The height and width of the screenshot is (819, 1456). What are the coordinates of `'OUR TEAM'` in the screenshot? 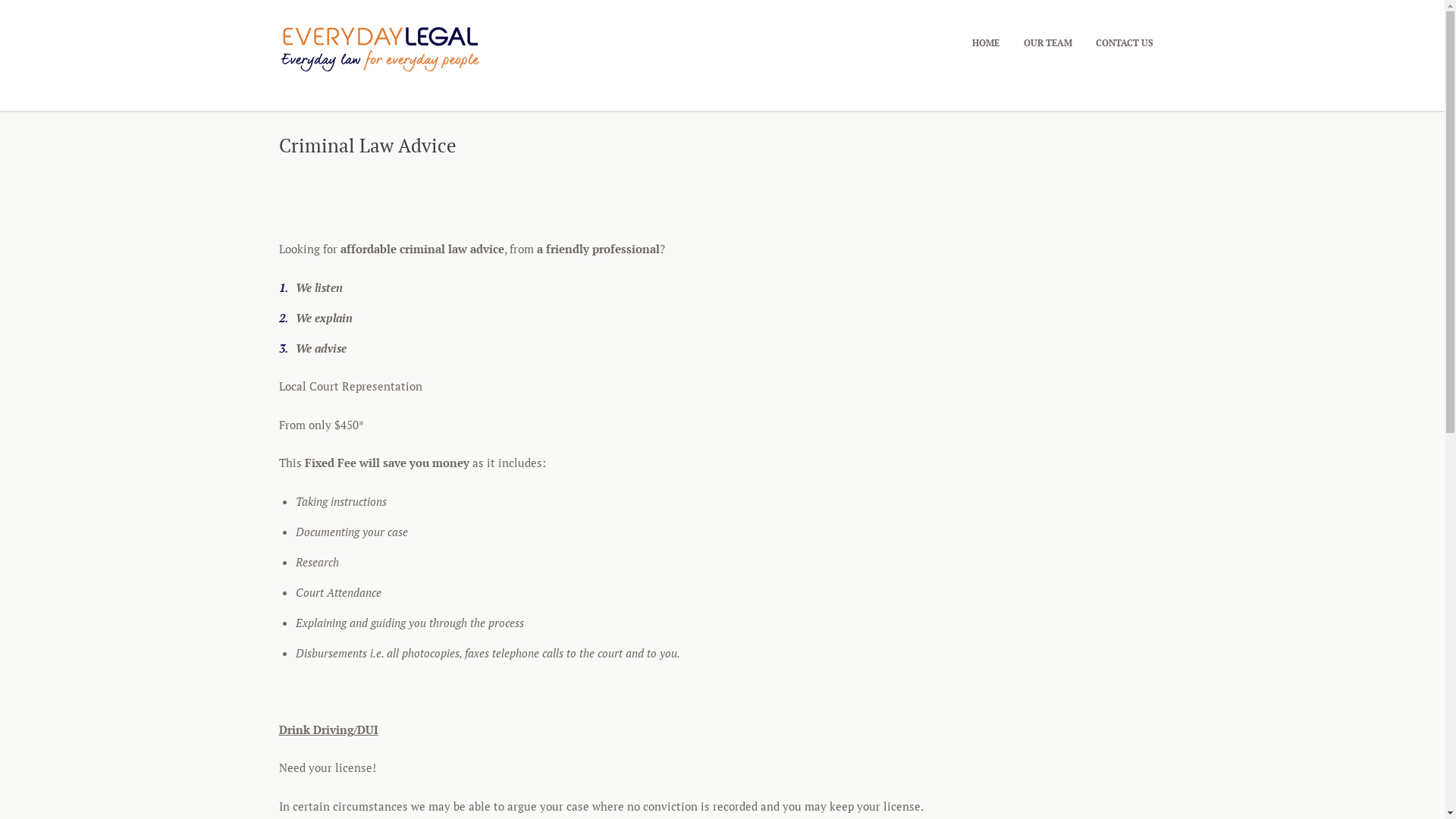 It's located at (1046, 42).